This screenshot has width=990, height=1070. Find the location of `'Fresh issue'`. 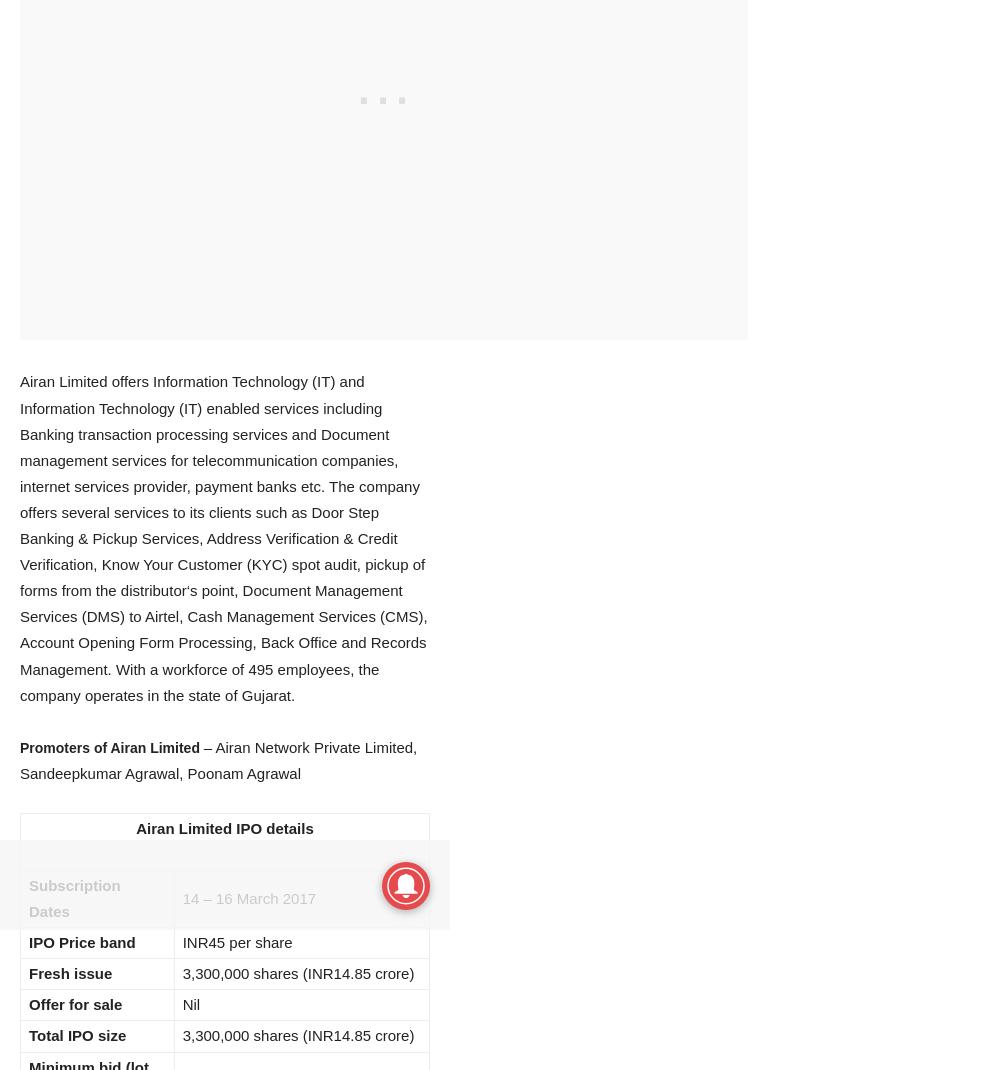

'Fresh issue' is located at coordinates (70, 972).